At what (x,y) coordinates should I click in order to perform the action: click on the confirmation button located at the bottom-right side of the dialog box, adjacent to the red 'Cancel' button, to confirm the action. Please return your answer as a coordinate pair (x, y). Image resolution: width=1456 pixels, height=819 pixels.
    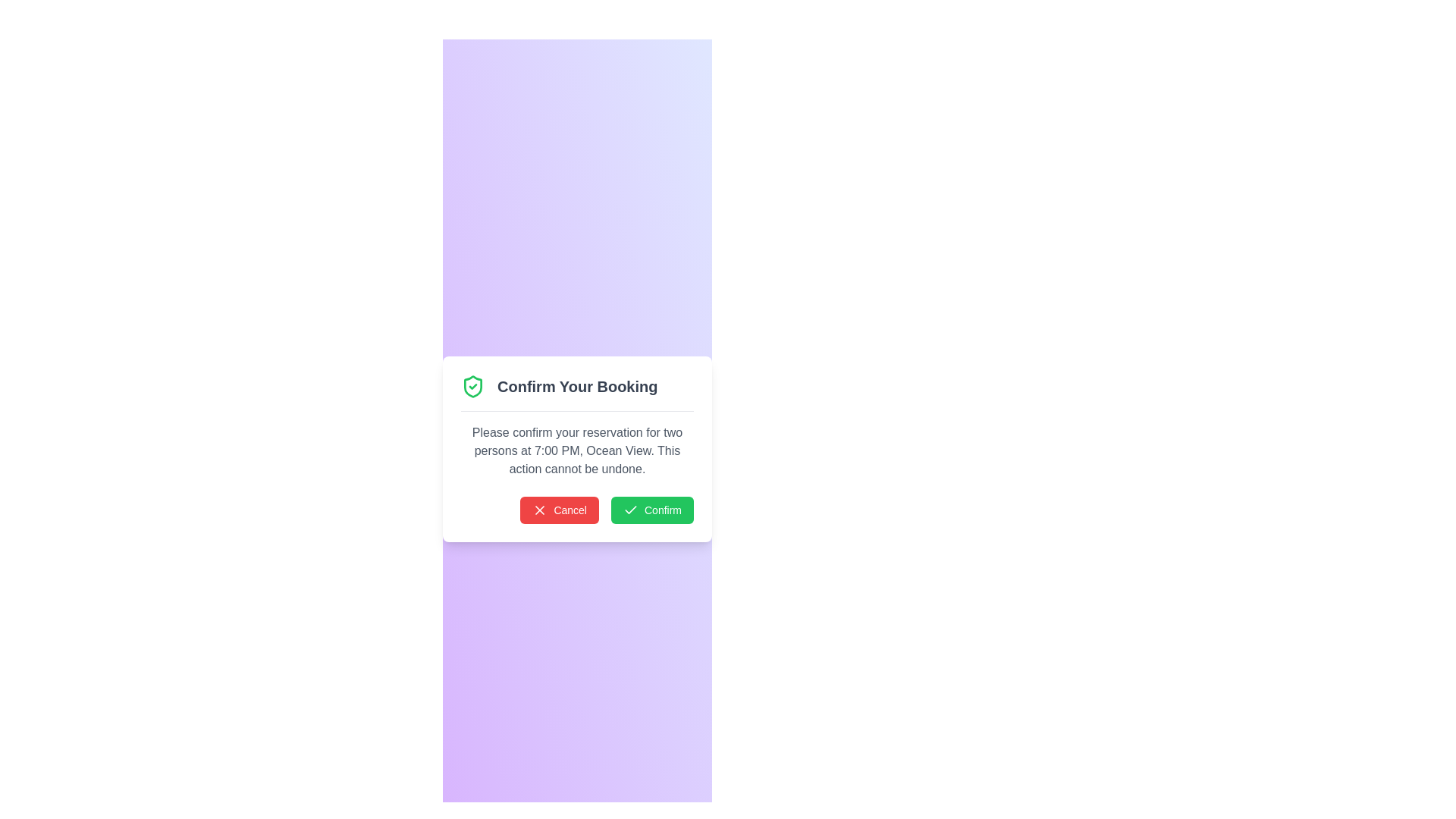
    Looking at the image, I should click on (652, 510).